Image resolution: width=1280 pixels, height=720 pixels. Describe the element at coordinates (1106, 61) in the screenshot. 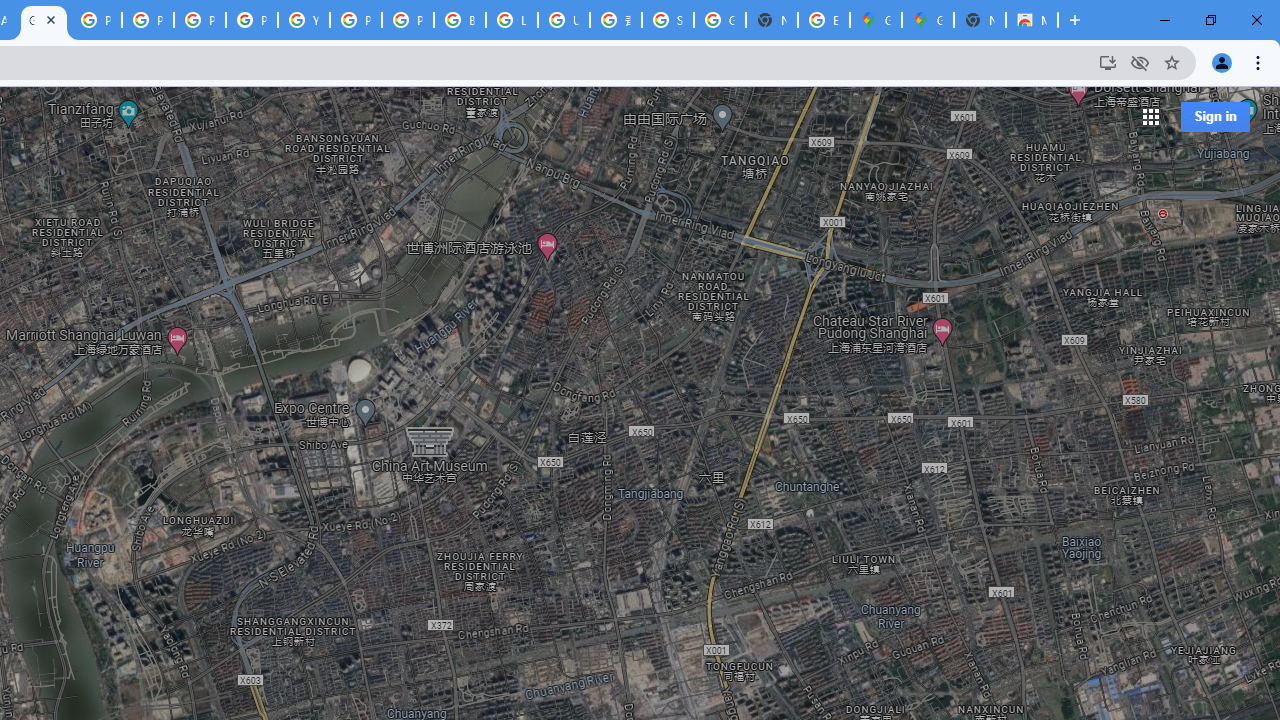

I see `'Install Google Maps'` at that location.